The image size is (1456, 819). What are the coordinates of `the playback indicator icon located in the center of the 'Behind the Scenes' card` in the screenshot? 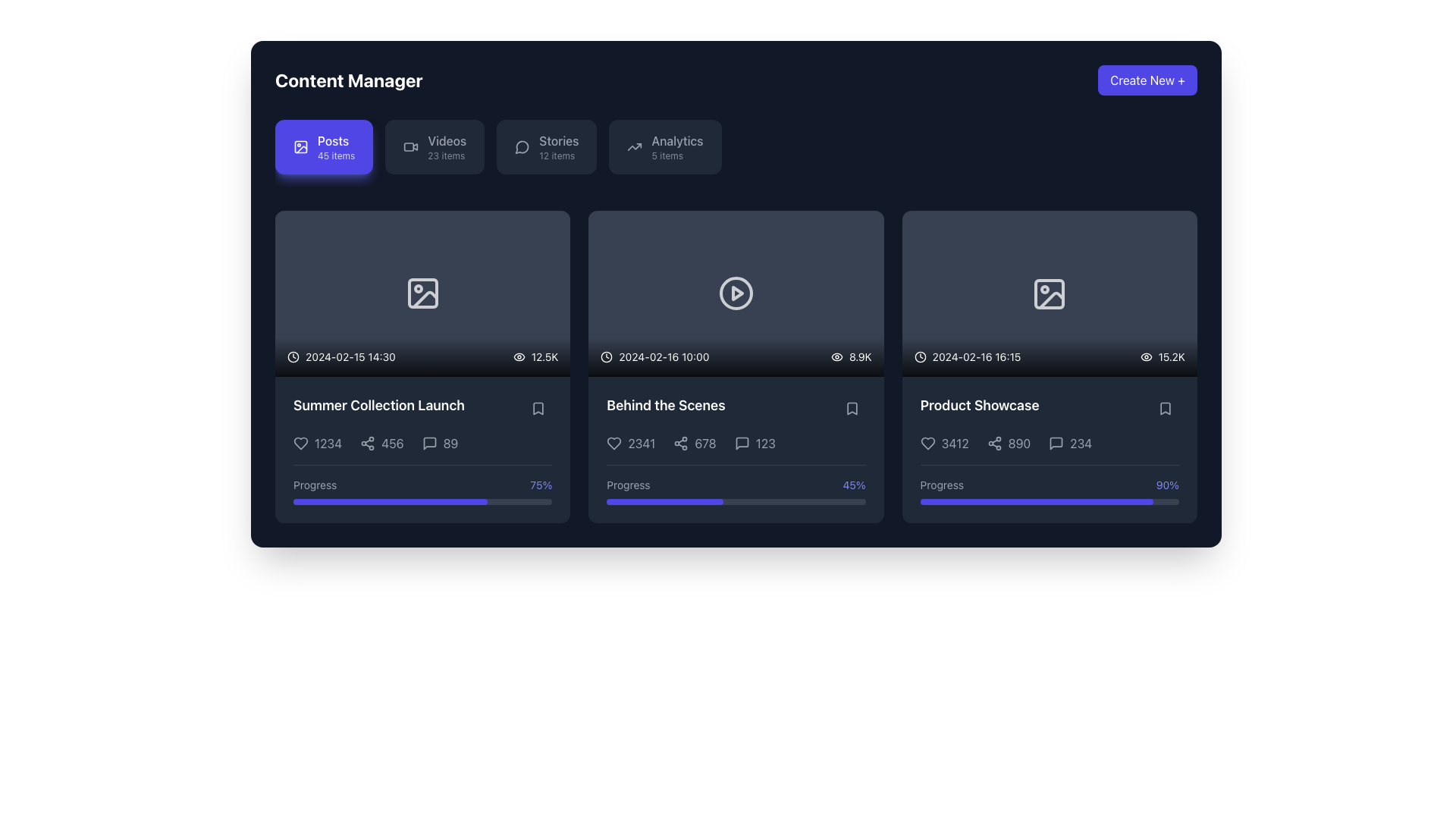 It's located at (738, 293).